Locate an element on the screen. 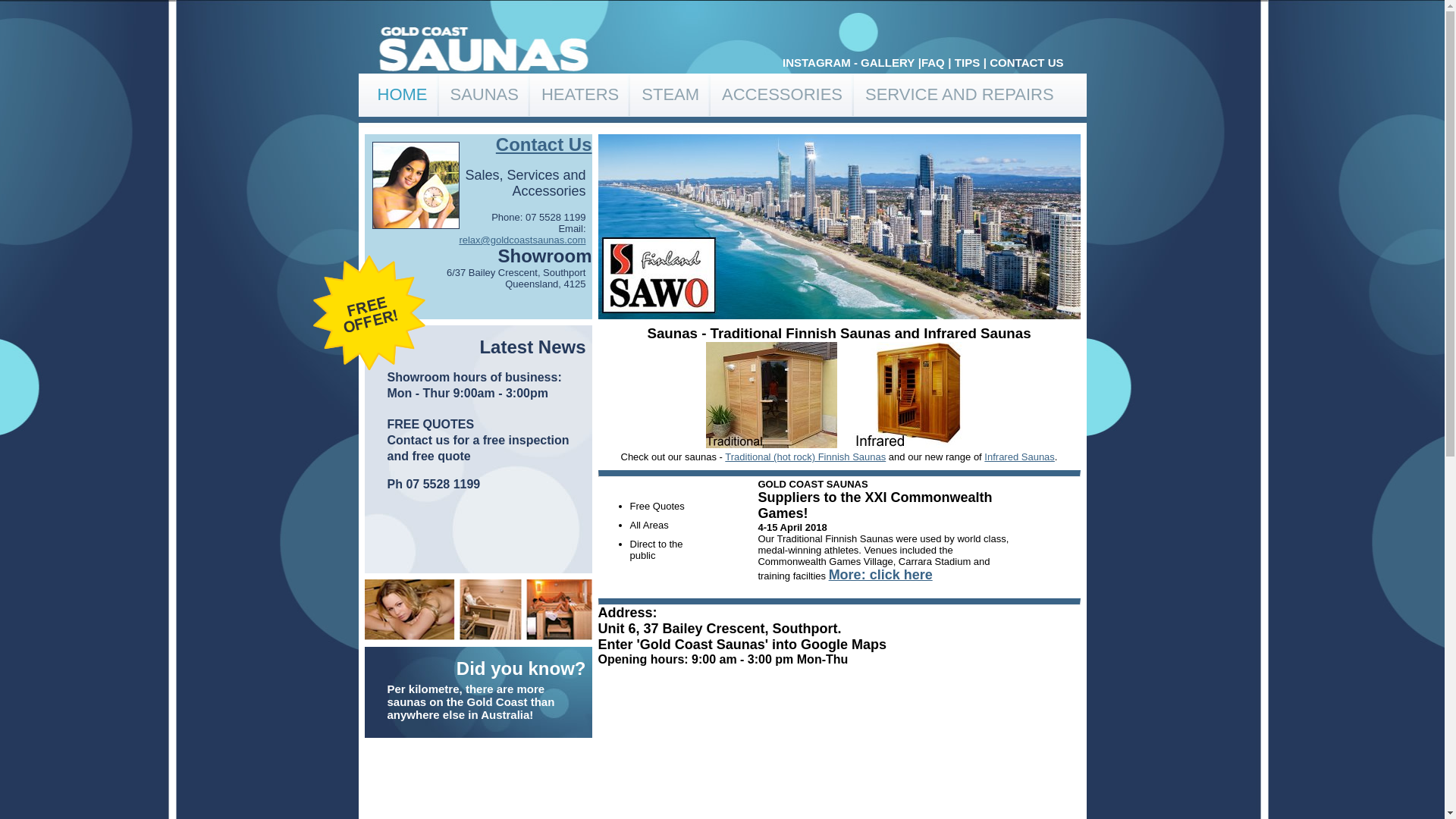  'relax@goldcoastsaunas.com' is located at coordinates (522, 239).